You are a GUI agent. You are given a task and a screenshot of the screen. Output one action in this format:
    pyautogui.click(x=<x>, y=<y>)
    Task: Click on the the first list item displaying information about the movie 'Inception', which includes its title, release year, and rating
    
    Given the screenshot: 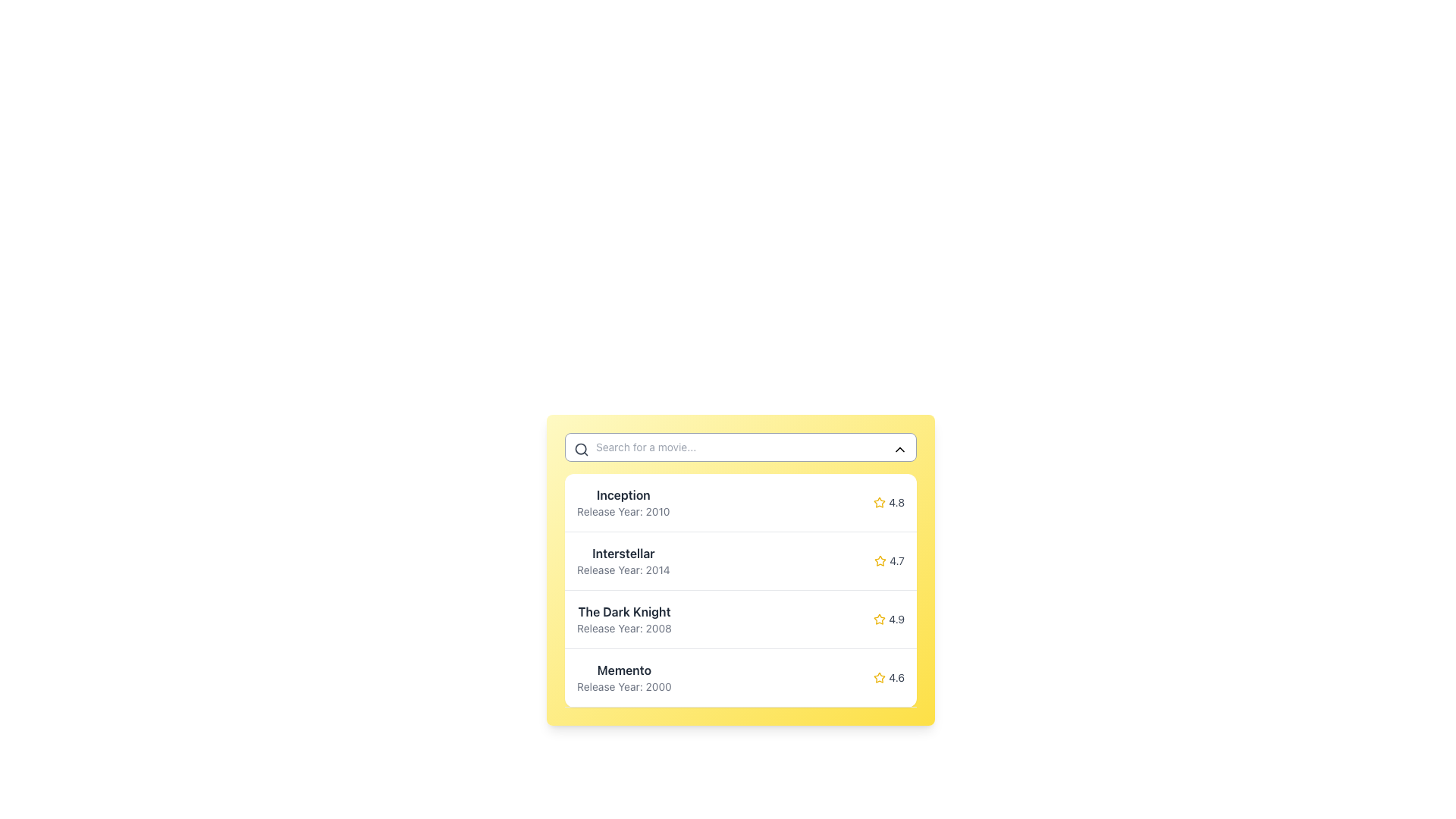 What is the action you would take?
    pyautogui.click(x=741, y=503)
    